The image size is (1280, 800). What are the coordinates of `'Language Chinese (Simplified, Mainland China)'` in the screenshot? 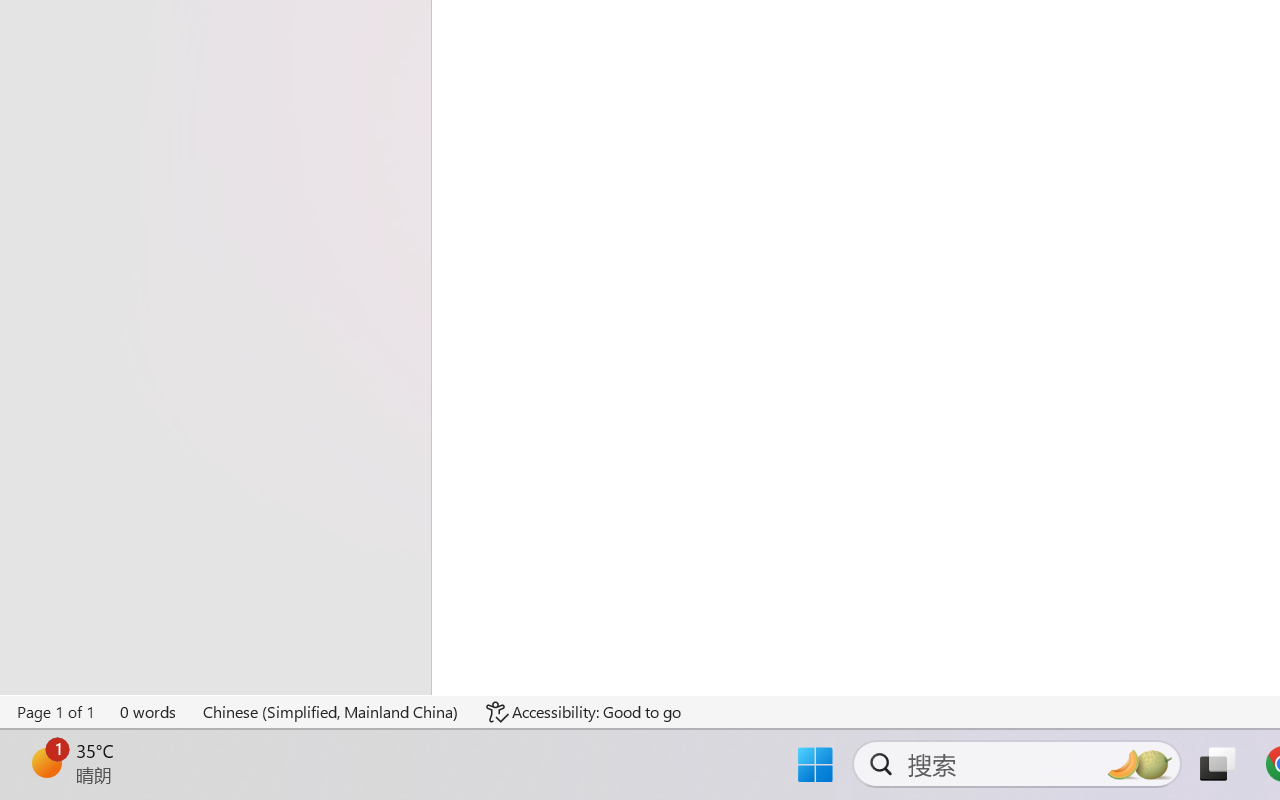 It's located at (331, 711).